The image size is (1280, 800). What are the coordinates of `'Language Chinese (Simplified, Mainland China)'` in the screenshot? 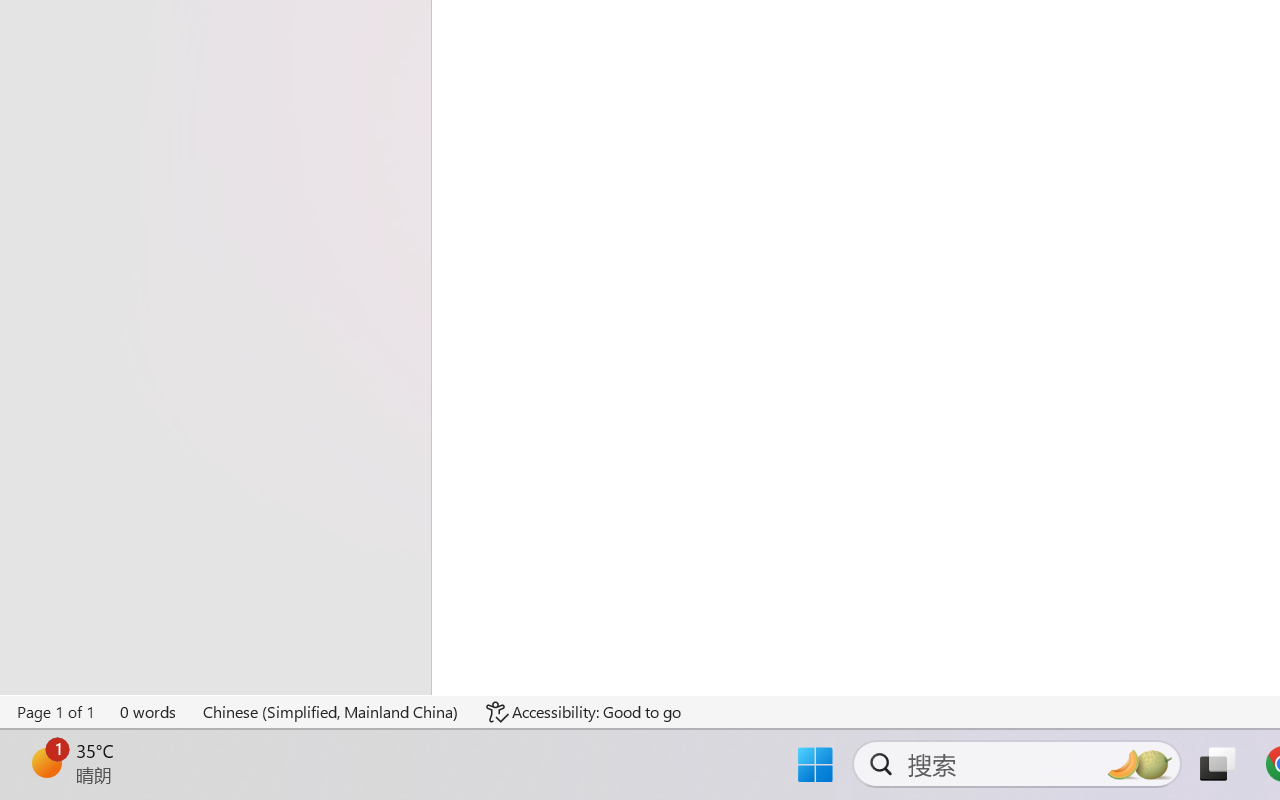 It's located at (331, 711).